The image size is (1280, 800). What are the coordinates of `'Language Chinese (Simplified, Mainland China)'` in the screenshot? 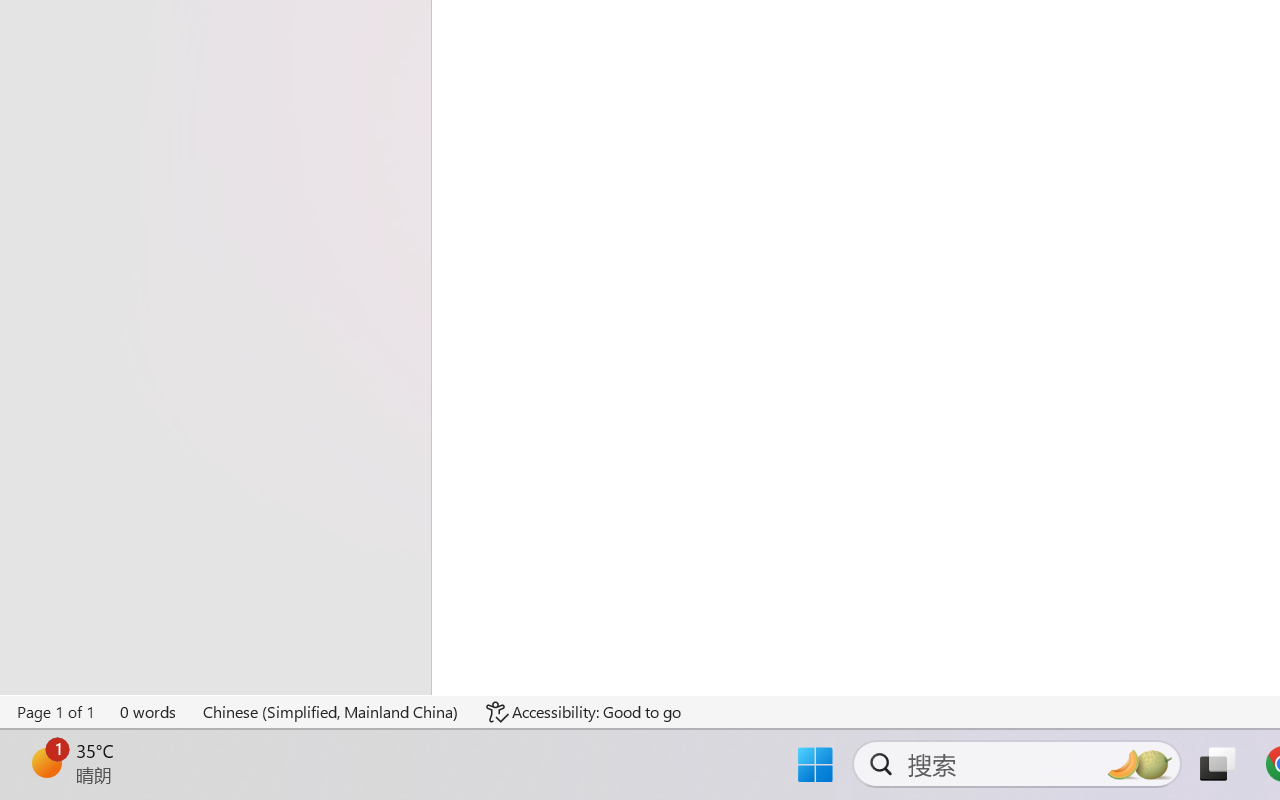 It's located at (331, 711).